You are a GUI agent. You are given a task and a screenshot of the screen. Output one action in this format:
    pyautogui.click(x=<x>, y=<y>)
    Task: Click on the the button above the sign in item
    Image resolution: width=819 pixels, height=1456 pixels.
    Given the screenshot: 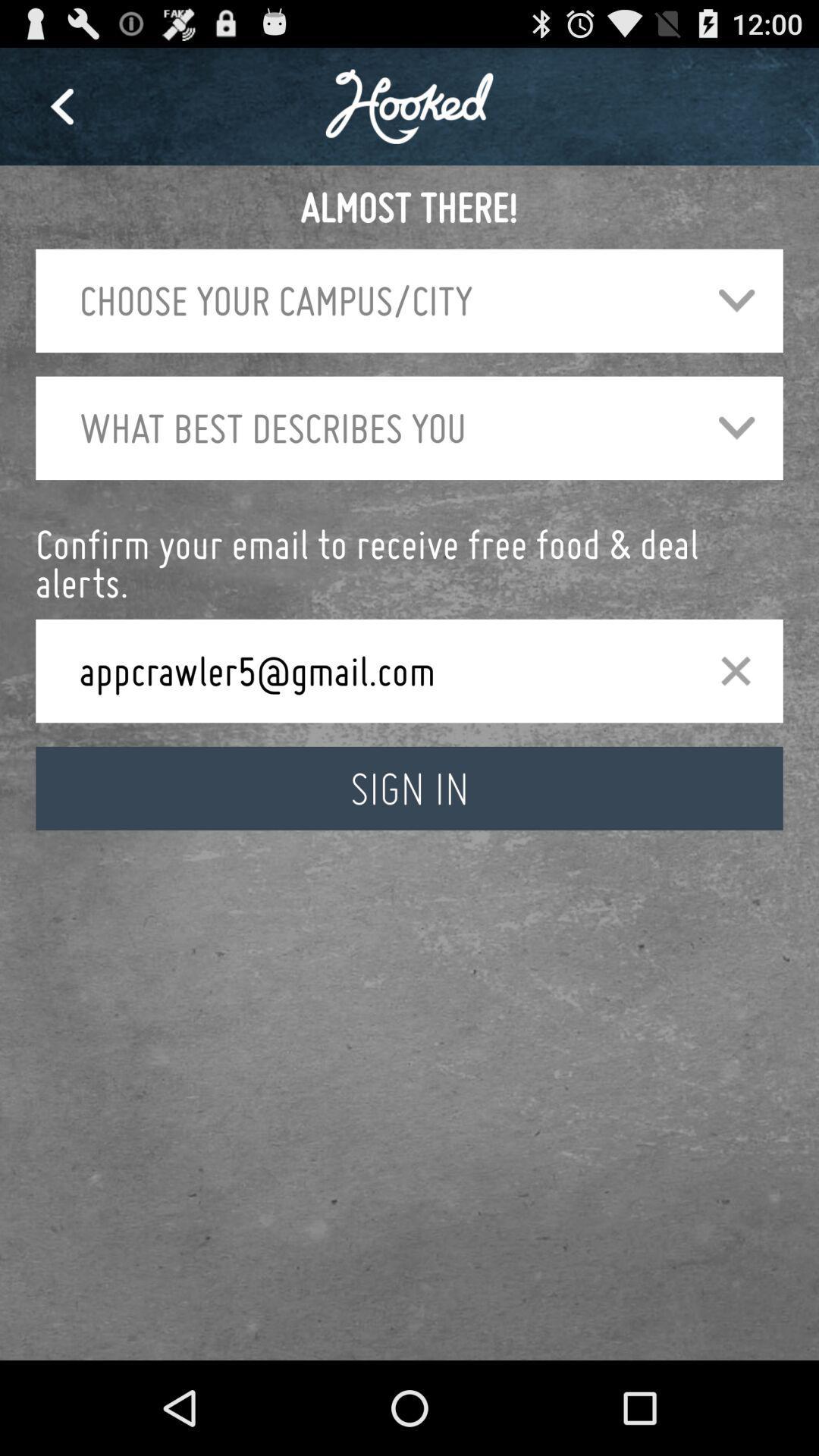 What is the action you would take?
    pyautogui.click(x=735, y=670)
    